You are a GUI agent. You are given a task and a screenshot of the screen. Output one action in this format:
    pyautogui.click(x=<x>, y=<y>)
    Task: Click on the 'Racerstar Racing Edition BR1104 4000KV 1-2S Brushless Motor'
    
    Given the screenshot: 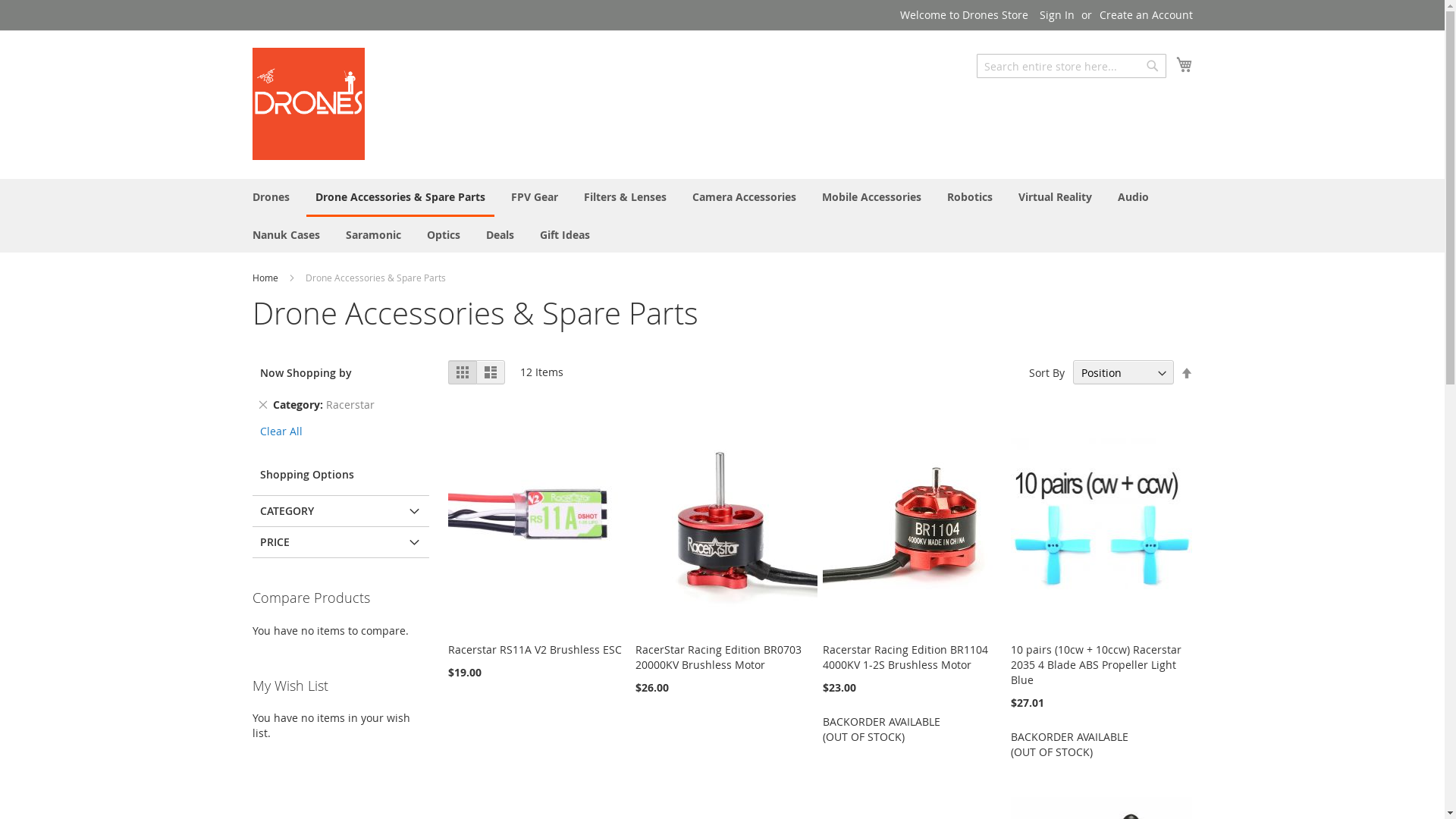 What is the action you would take?
    pyautogui.click(x=905, y=656)
    